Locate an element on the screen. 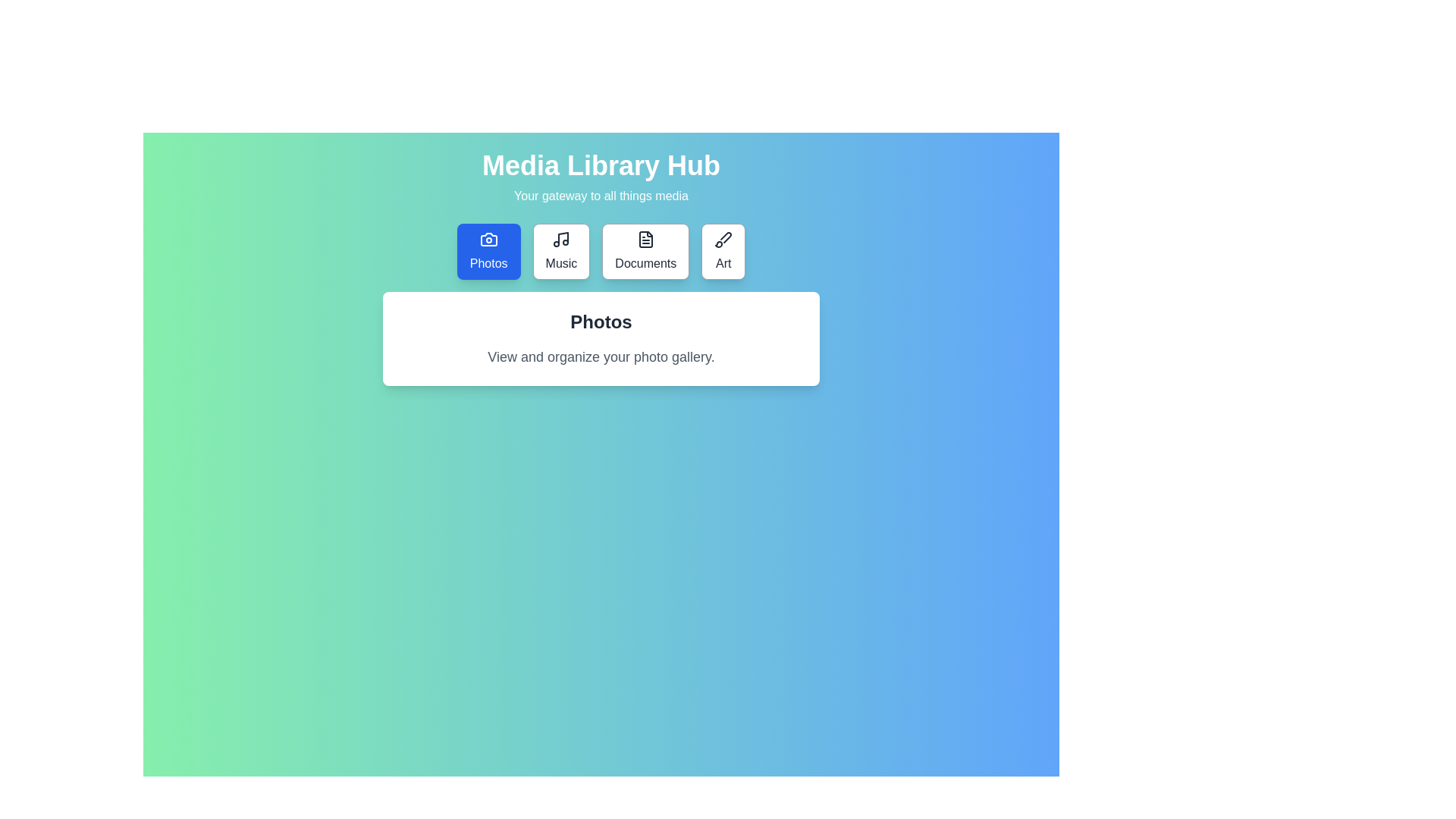 The height and width of the screenshot is (819, 1456). the Photos tab to view its content is located at coordinates (488, 250).